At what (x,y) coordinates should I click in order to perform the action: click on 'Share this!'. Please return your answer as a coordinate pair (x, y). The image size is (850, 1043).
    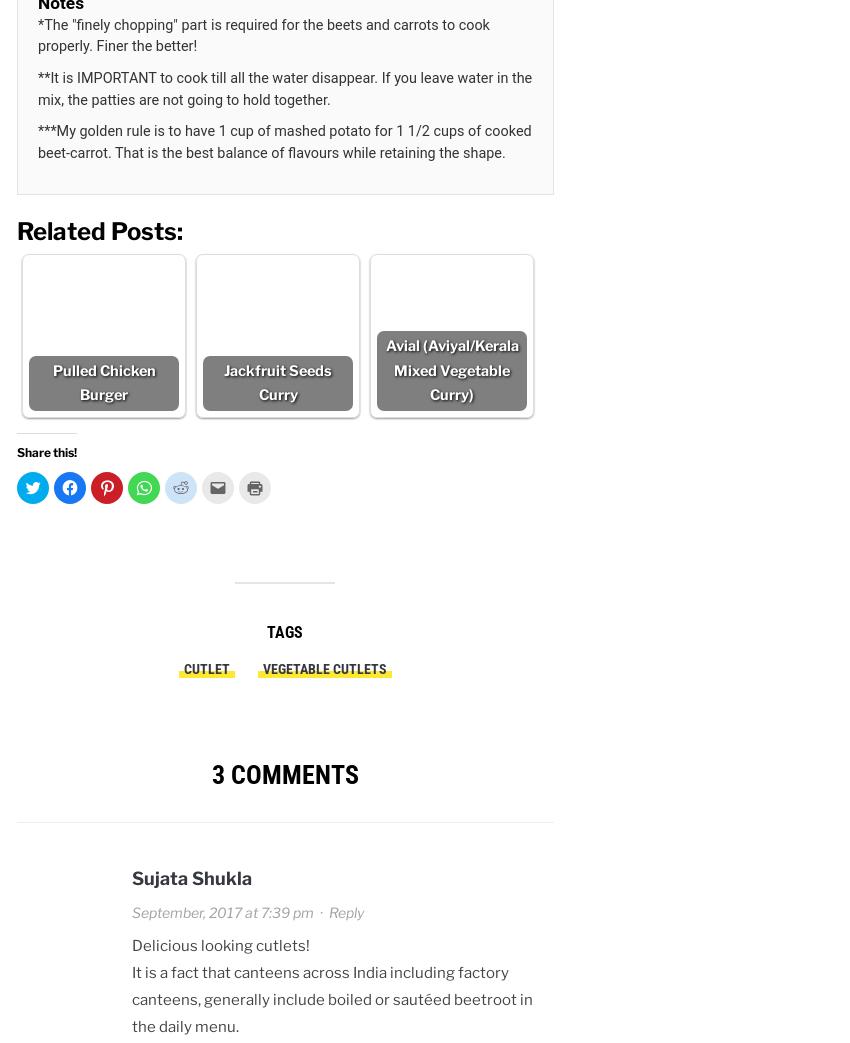
    Looking at the image, I should click on (16, 450).